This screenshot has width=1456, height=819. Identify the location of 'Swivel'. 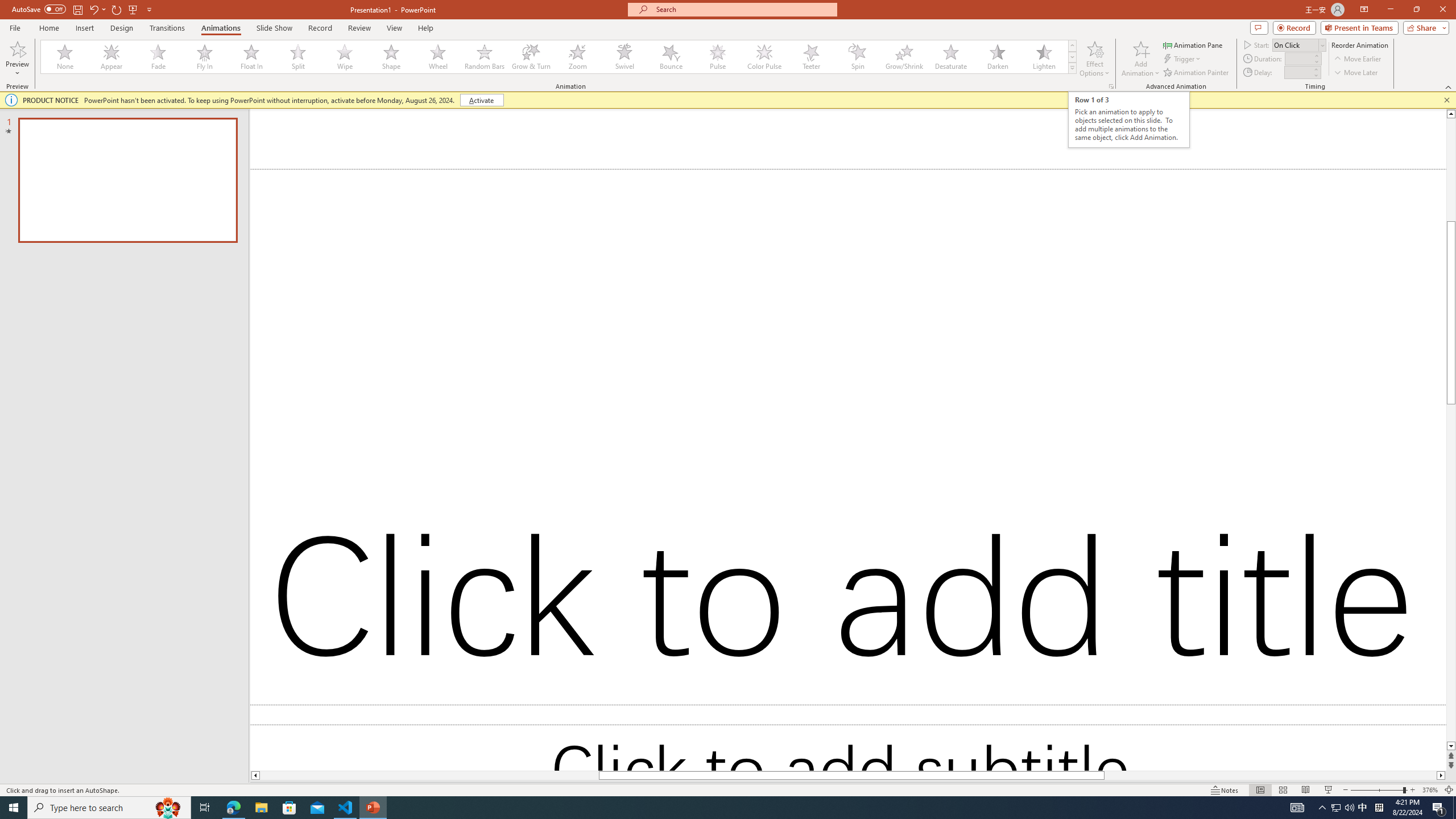
(624, 56).